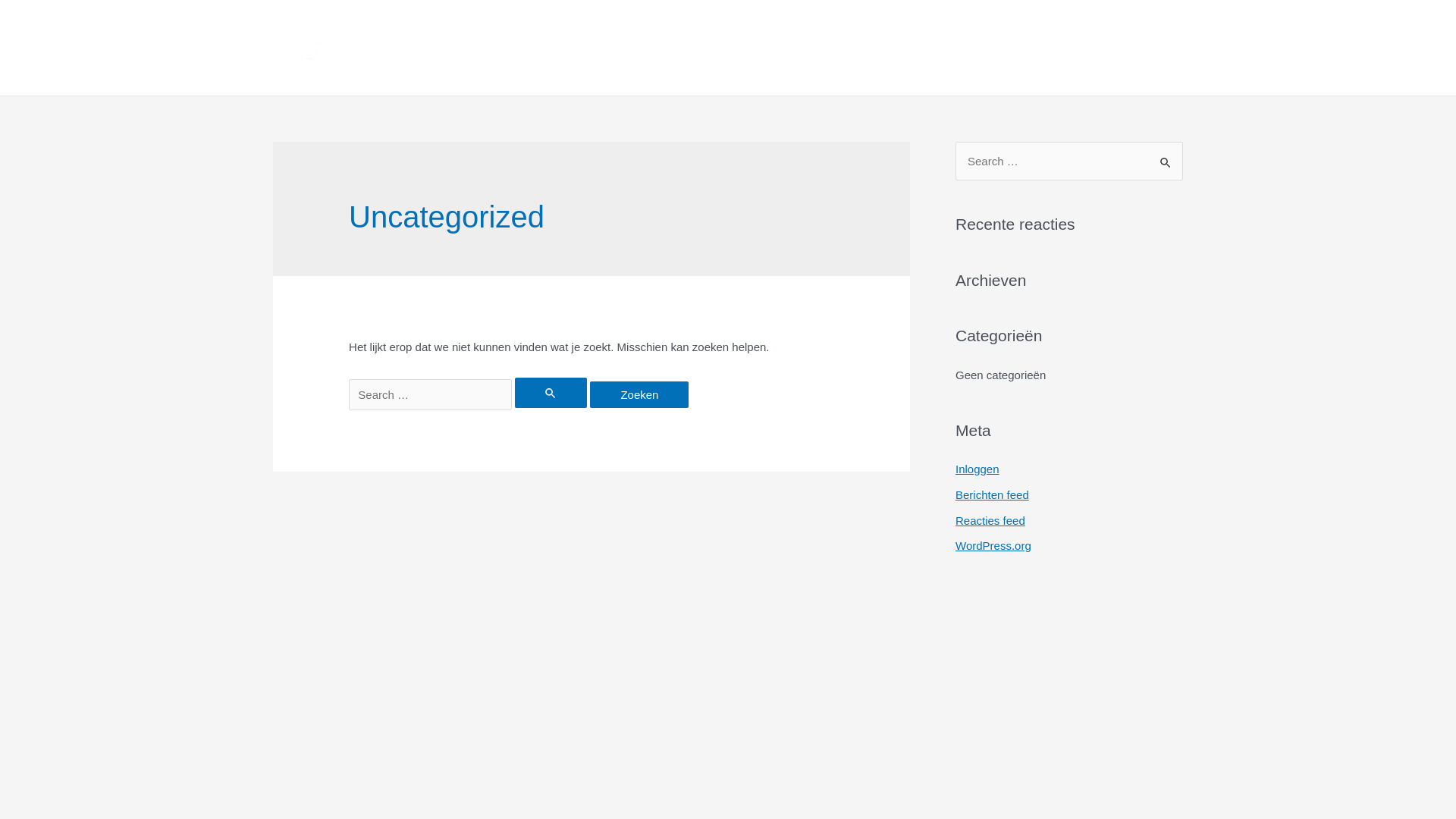 The height and width of the screenshot is (819, 1456). What do you see at coordinates (588, 394) in the screenshot?
I see `'Zoeken'` at bounding box center [588, 394].